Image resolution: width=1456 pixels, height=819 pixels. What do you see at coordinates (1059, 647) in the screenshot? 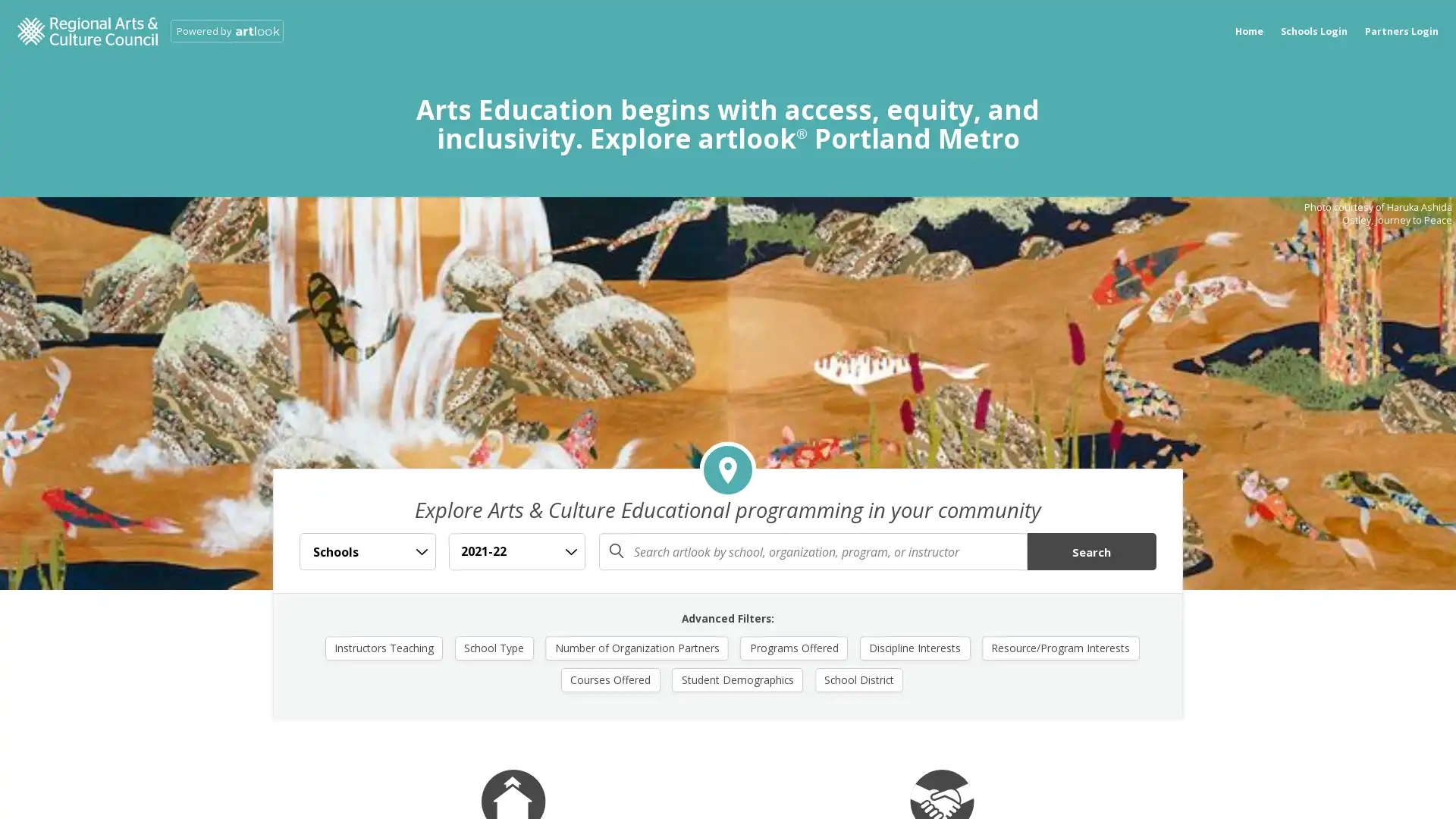
I see `Resource/Program Interests` at bounding box center [1059, 647].